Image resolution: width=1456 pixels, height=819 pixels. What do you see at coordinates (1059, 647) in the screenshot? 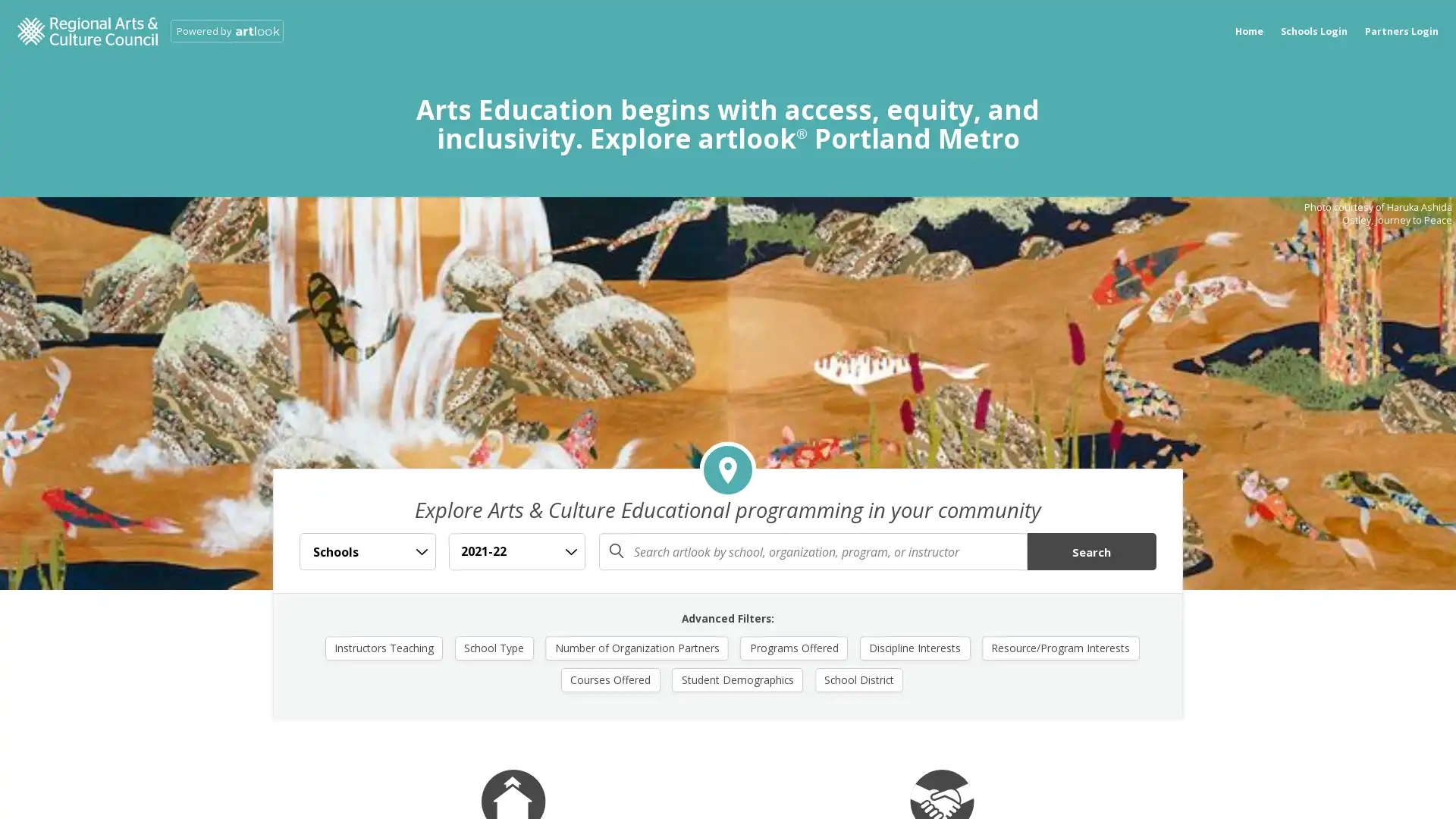
I see `Resource/Program Interests` at bounding box center [1059, 647].